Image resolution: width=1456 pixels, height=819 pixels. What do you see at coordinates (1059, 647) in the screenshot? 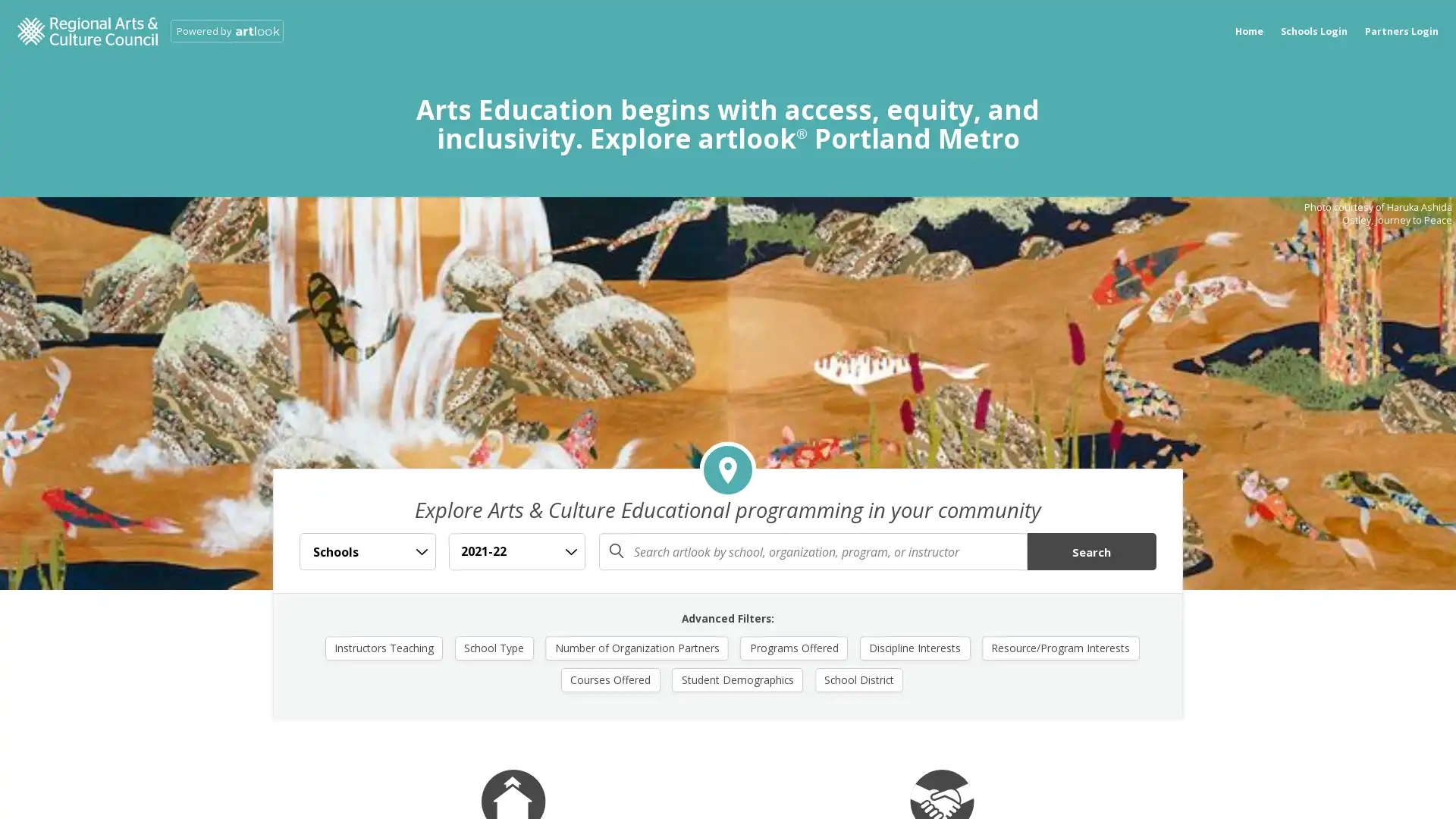
I see `Resource/Program Interests` at bounding box center [1059, 647].